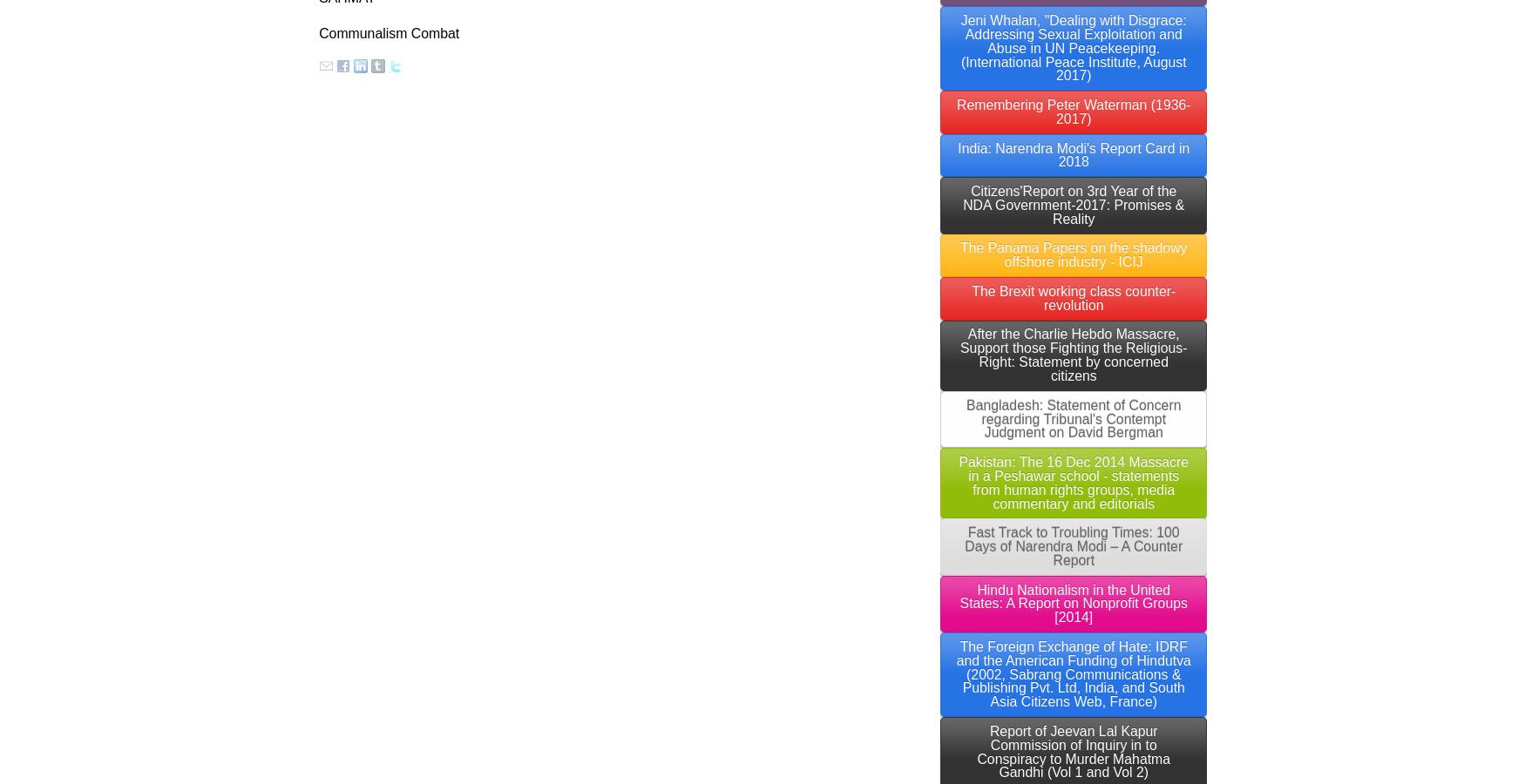  Describe the element at coordinates (1074, 417) in the screenshot. I see `'Bangladesh: Statement of Concern regarding Tribunal's Contempt Judgment on David Bergman'` at that location.